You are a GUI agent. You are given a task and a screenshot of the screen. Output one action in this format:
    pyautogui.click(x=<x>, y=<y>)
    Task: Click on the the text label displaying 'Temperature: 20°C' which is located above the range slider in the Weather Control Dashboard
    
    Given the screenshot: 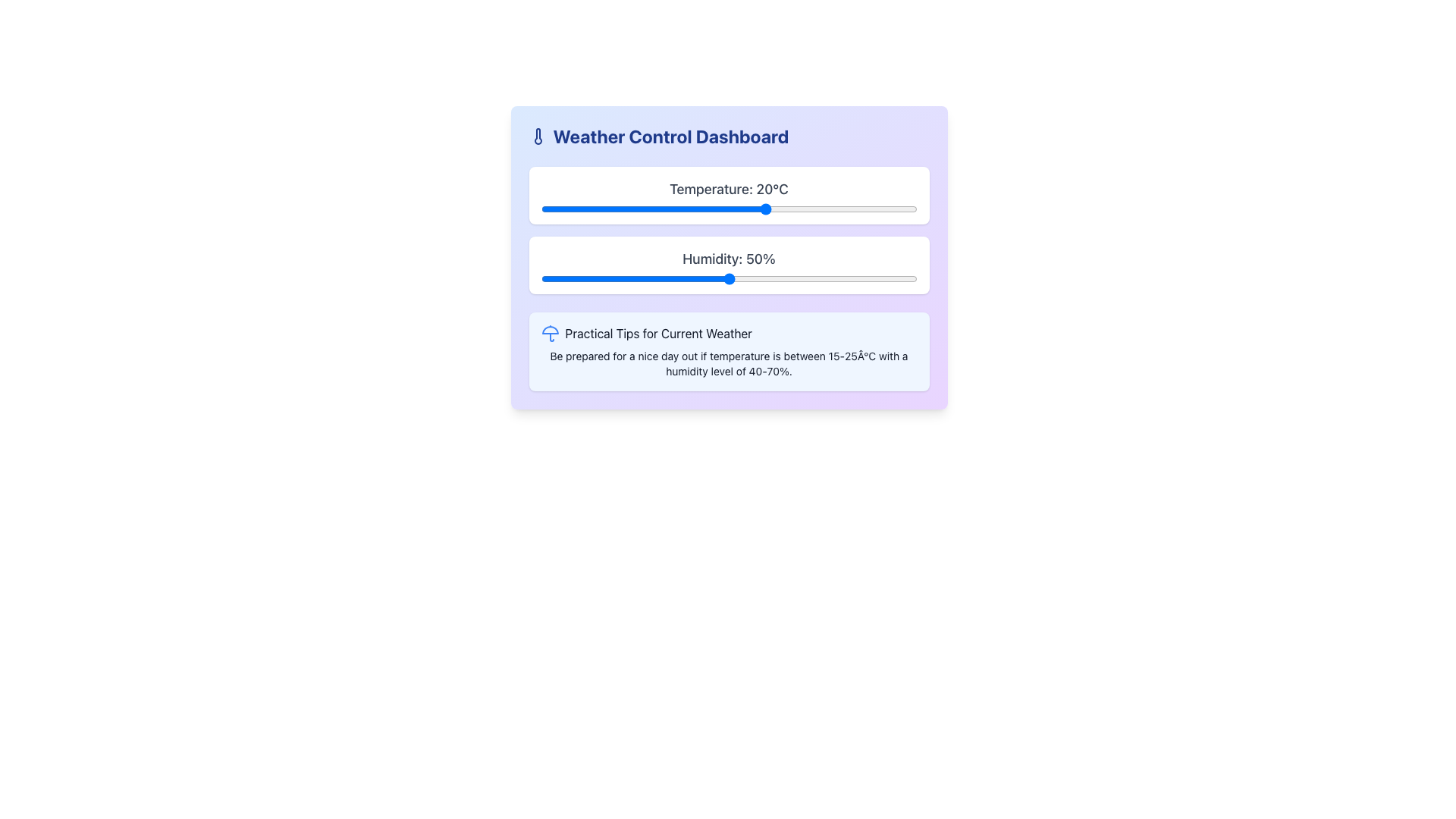 What is the action you would take?
    pyautogui.click(x=729, y=189)
    